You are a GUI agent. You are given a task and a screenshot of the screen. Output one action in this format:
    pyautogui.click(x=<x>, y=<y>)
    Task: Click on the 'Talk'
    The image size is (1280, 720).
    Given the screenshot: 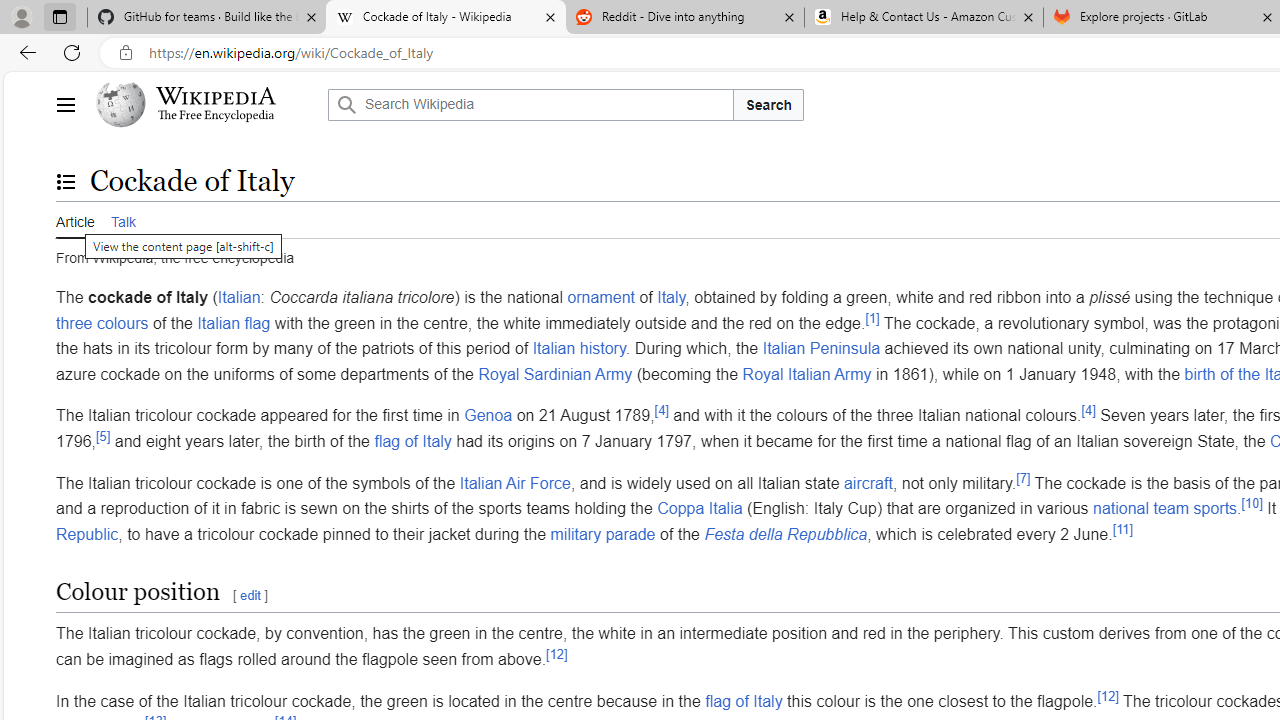 What is the action you would take?
    pyautogui.click(x=121, y=219)
    